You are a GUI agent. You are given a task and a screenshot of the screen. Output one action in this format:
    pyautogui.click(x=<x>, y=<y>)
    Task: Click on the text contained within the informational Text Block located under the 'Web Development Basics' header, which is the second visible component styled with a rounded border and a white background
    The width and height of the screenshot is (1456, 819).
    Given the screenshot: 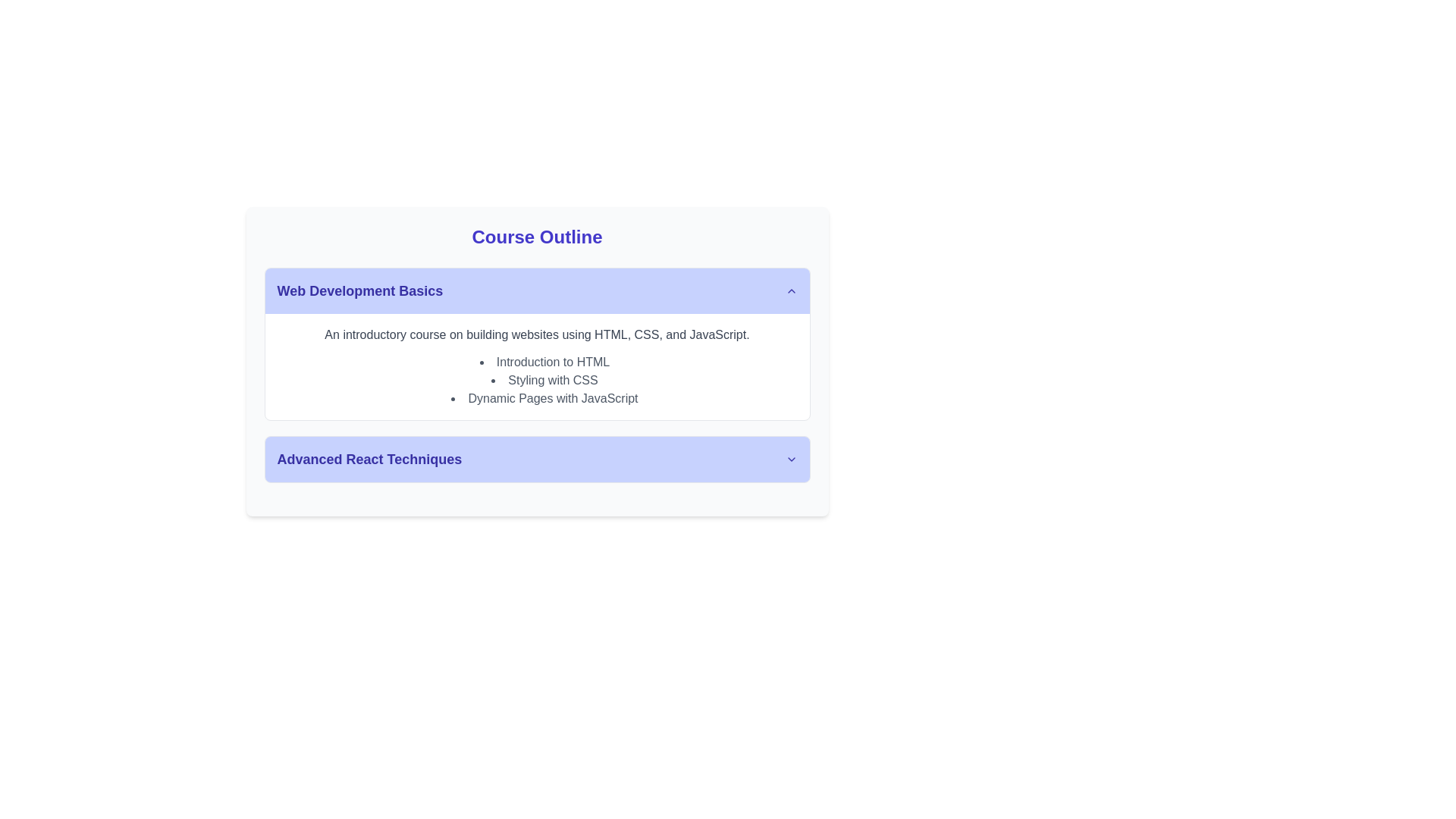 What is the action you would take?
    pyautogui.click(x=537, y=366)
    